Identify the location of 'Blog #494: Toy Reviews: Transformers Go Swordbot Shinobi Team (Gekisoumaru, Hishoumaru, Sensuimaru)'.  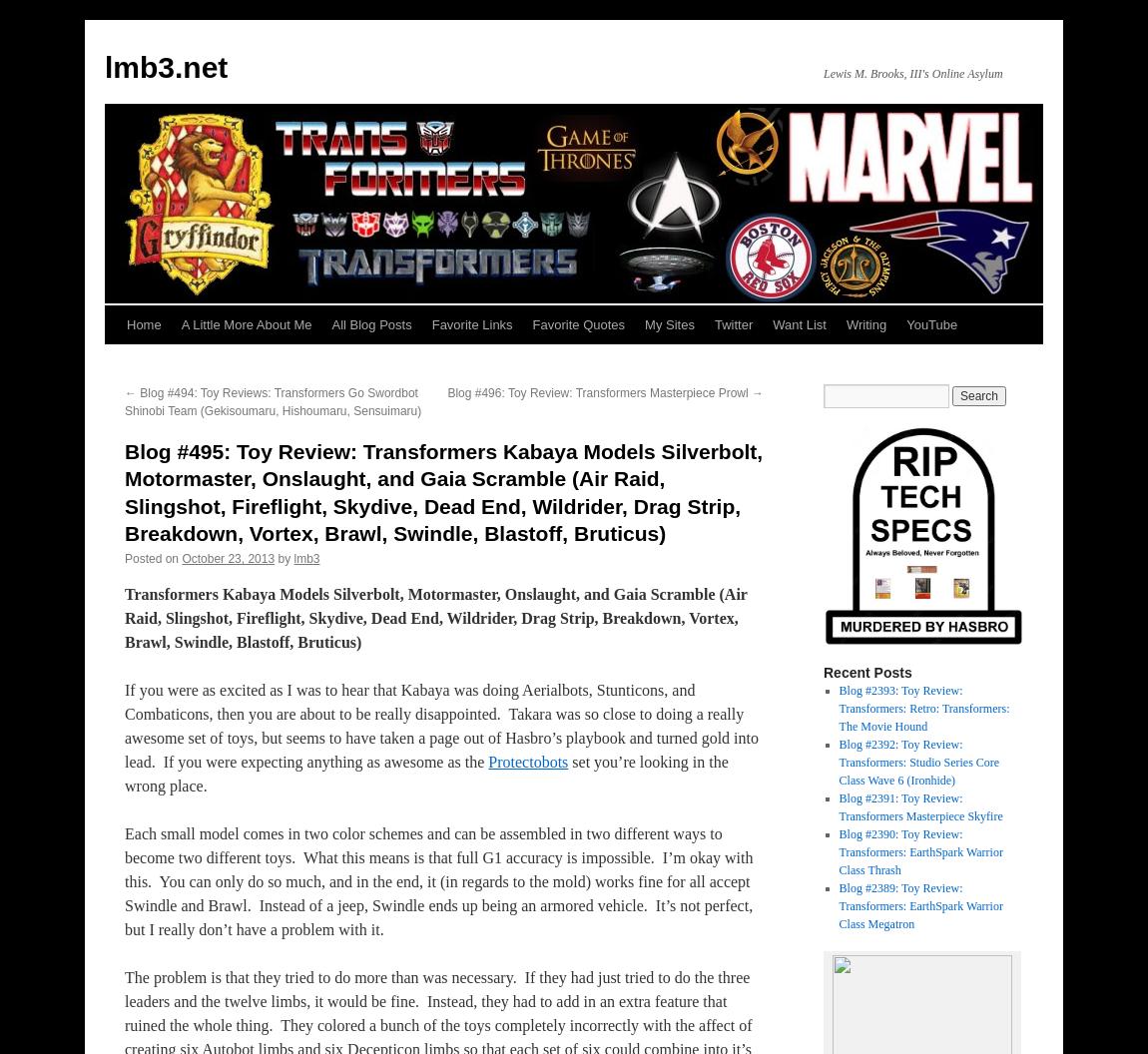
(124, 401).